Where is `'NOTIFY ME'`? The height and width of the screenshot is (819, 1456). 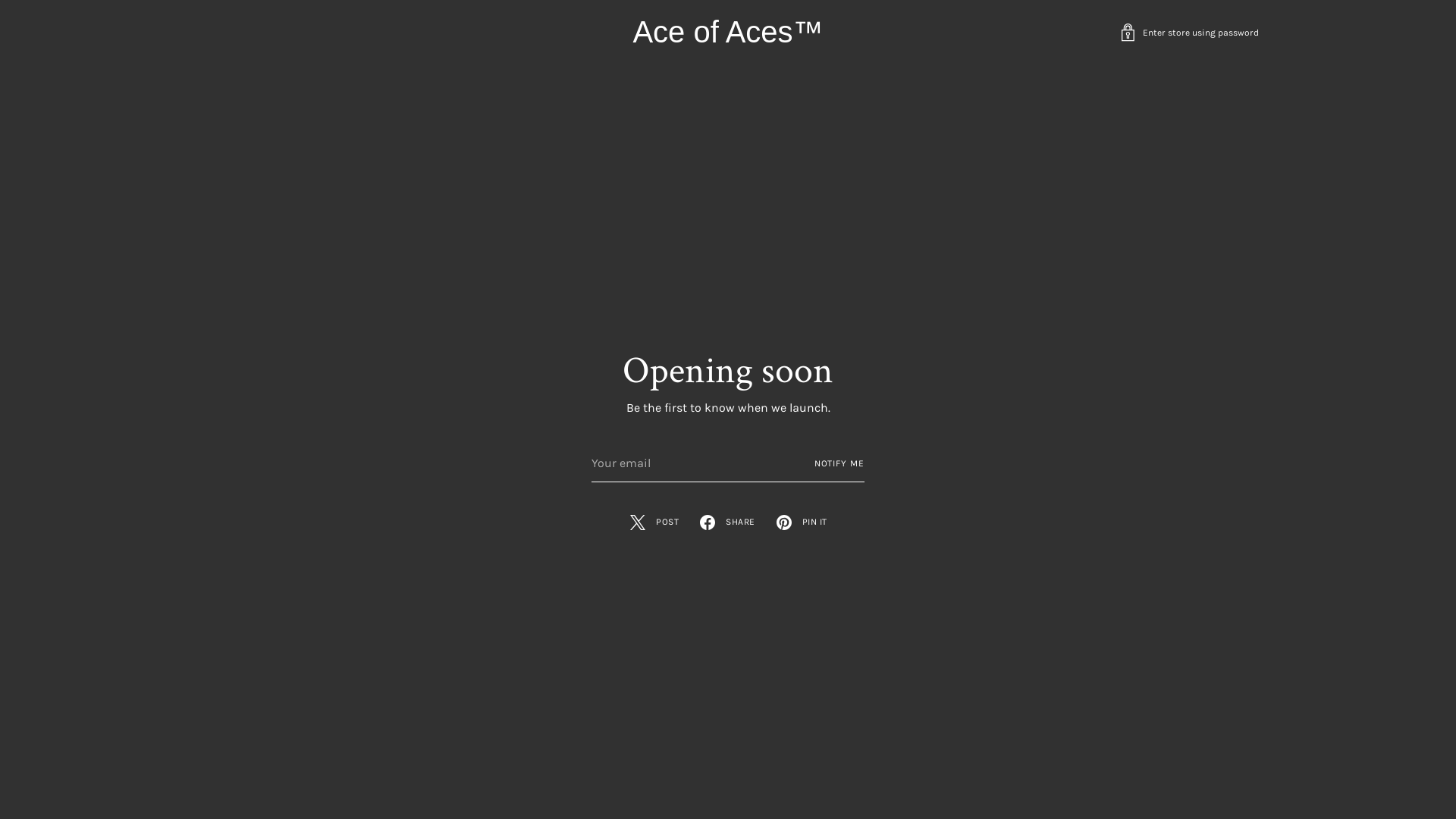
'NOTIFY ME' is located at coordinates (814, 462).